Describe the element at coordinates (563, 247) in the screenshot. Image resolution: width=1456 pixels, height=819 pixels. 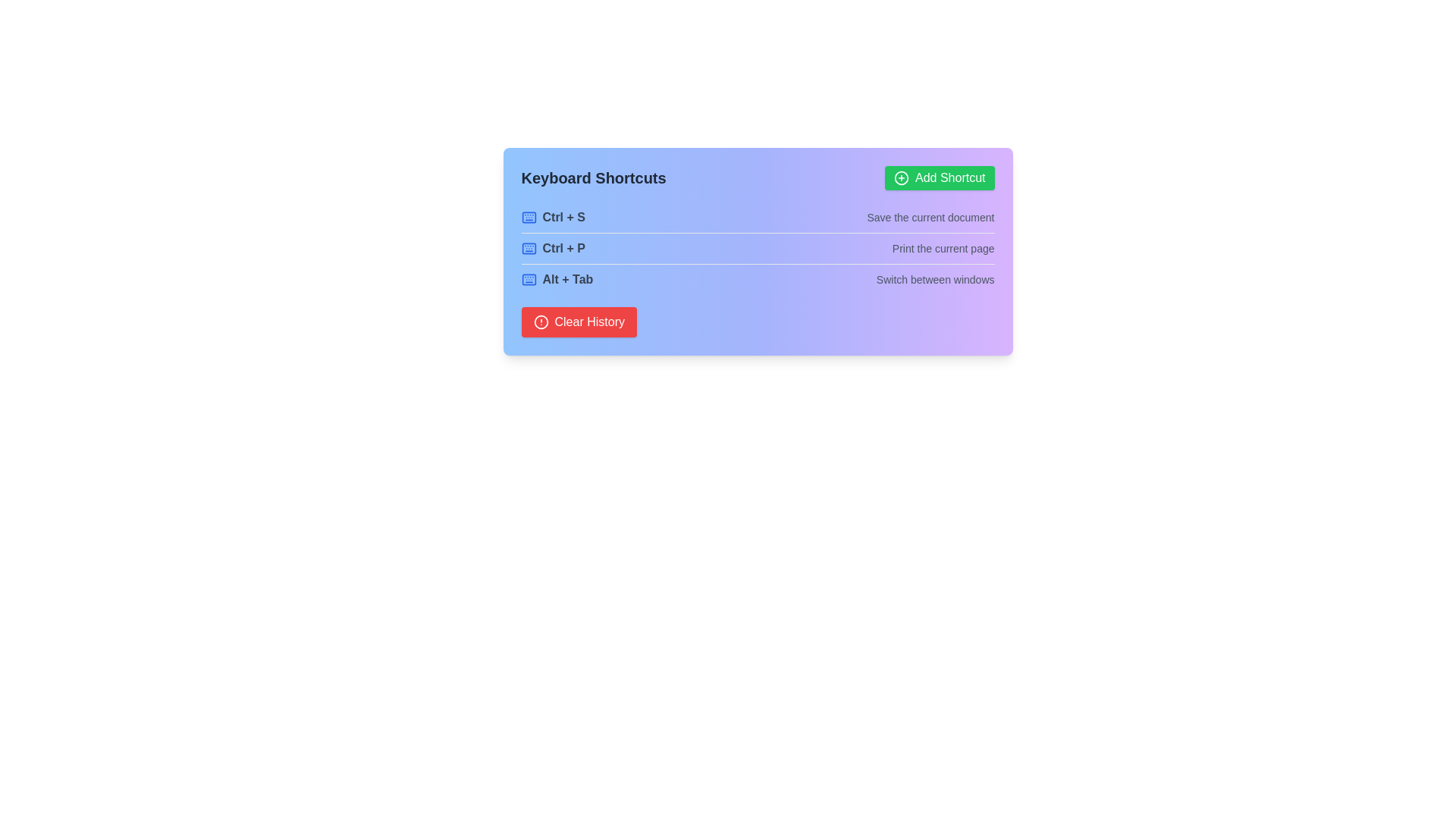
I see `the text label that represents the keyboard shortcut 'Ctrl + P', located as the second item in the list of keyboard shortcuts, aligned with a keyboard icon` at that location.